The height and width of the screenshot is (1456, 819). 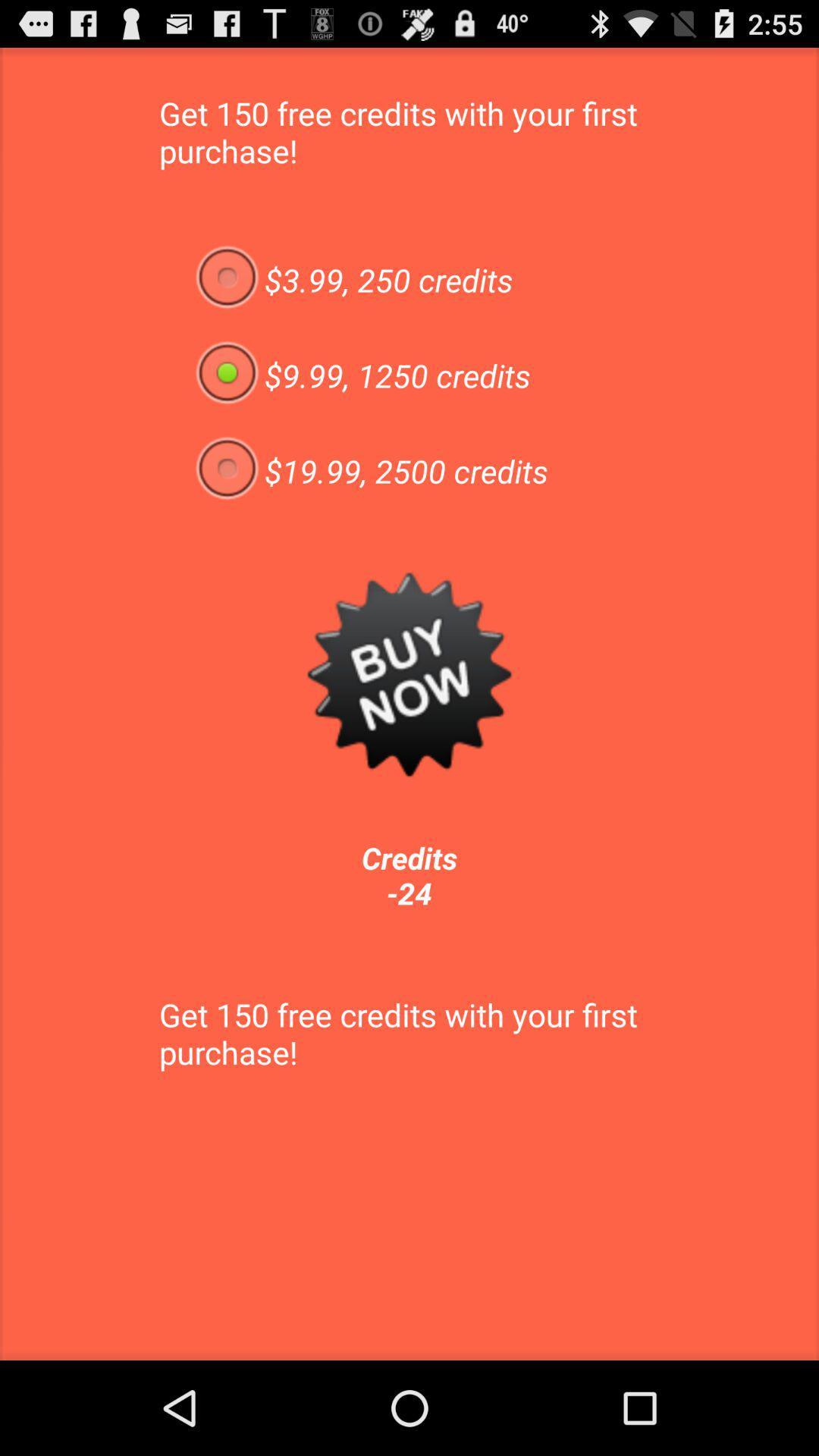 I want to click on app above credits, so click(x=409, y=673).